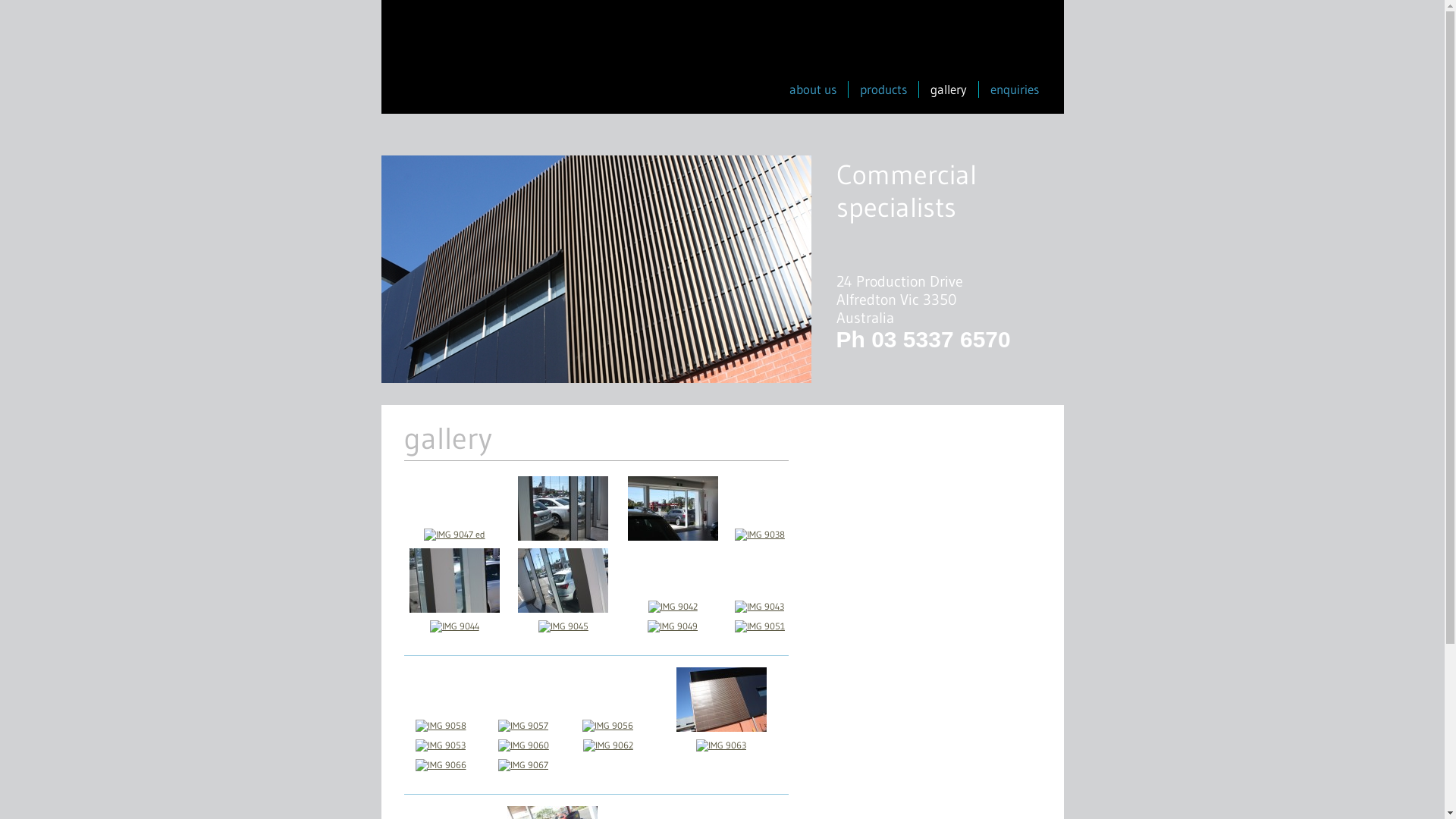  Describe the element at coordinates (720, 745) in the screenshot. I see `'IMG 9063'` at that location.